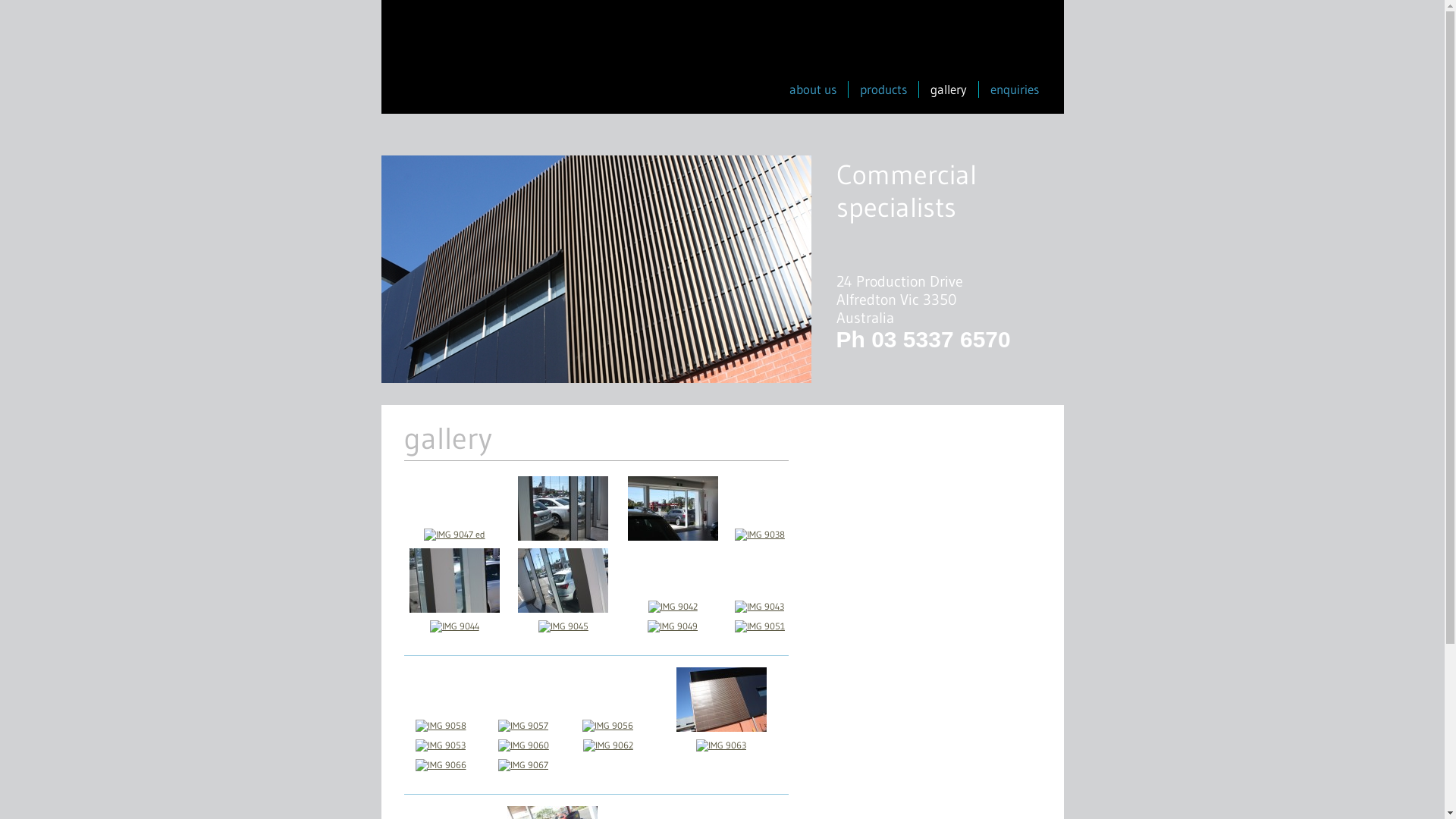  Describe the element at coordinates (720, 745) in the screenshot. I see `'IMG 9063'` at that location.